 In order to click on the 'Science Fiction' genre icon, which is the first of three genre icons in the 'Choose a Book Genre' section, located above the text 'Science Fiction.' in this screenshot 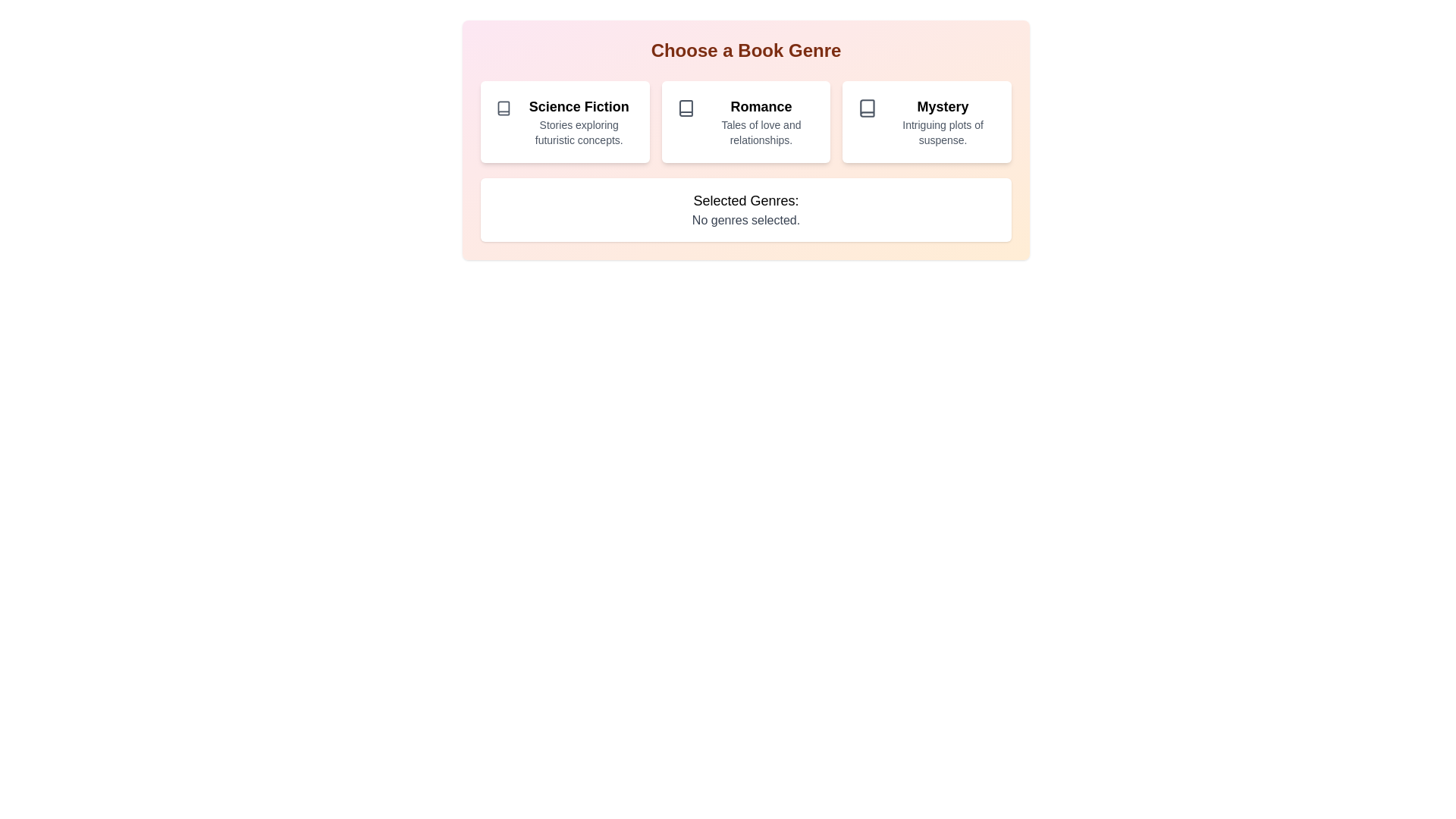, I will do `click(504, 107)`.